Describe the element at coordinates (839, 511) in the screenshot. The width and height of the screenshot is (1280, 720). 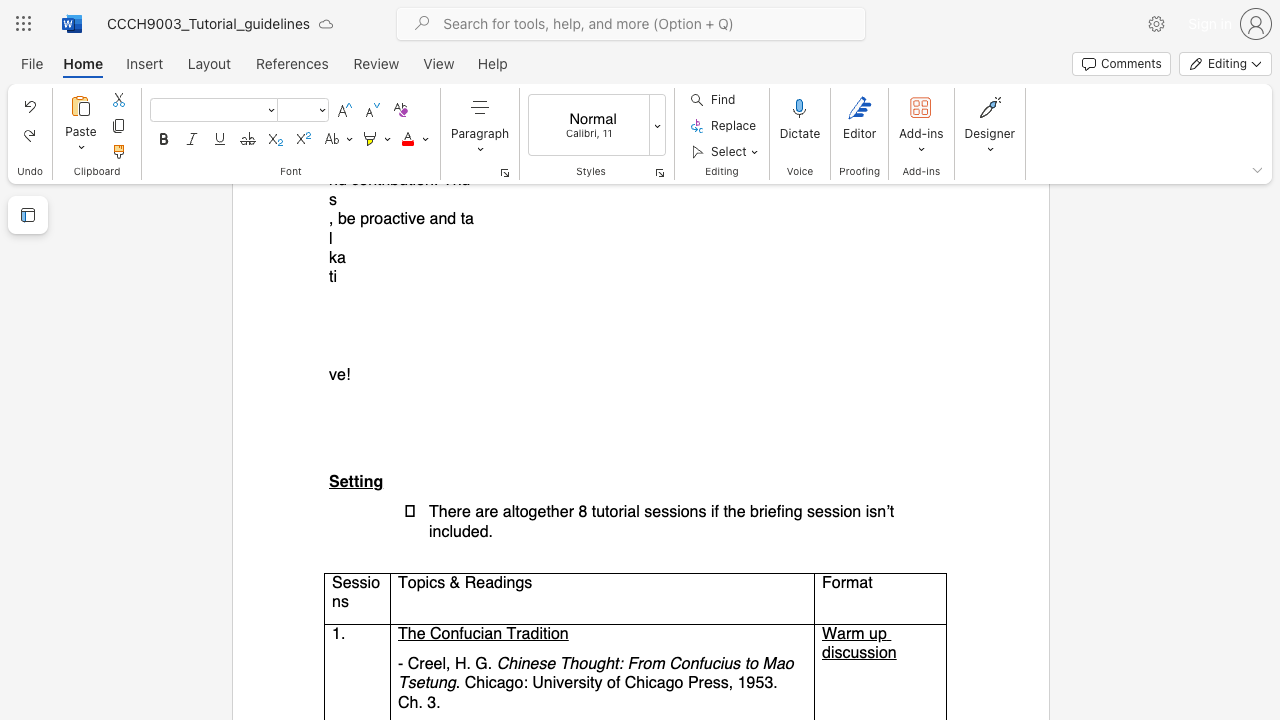
I see `the subset text "ion isn’t in" within the text "There are altogether 8 tutorial sessions if the briefing session isn’t included."` at that location.